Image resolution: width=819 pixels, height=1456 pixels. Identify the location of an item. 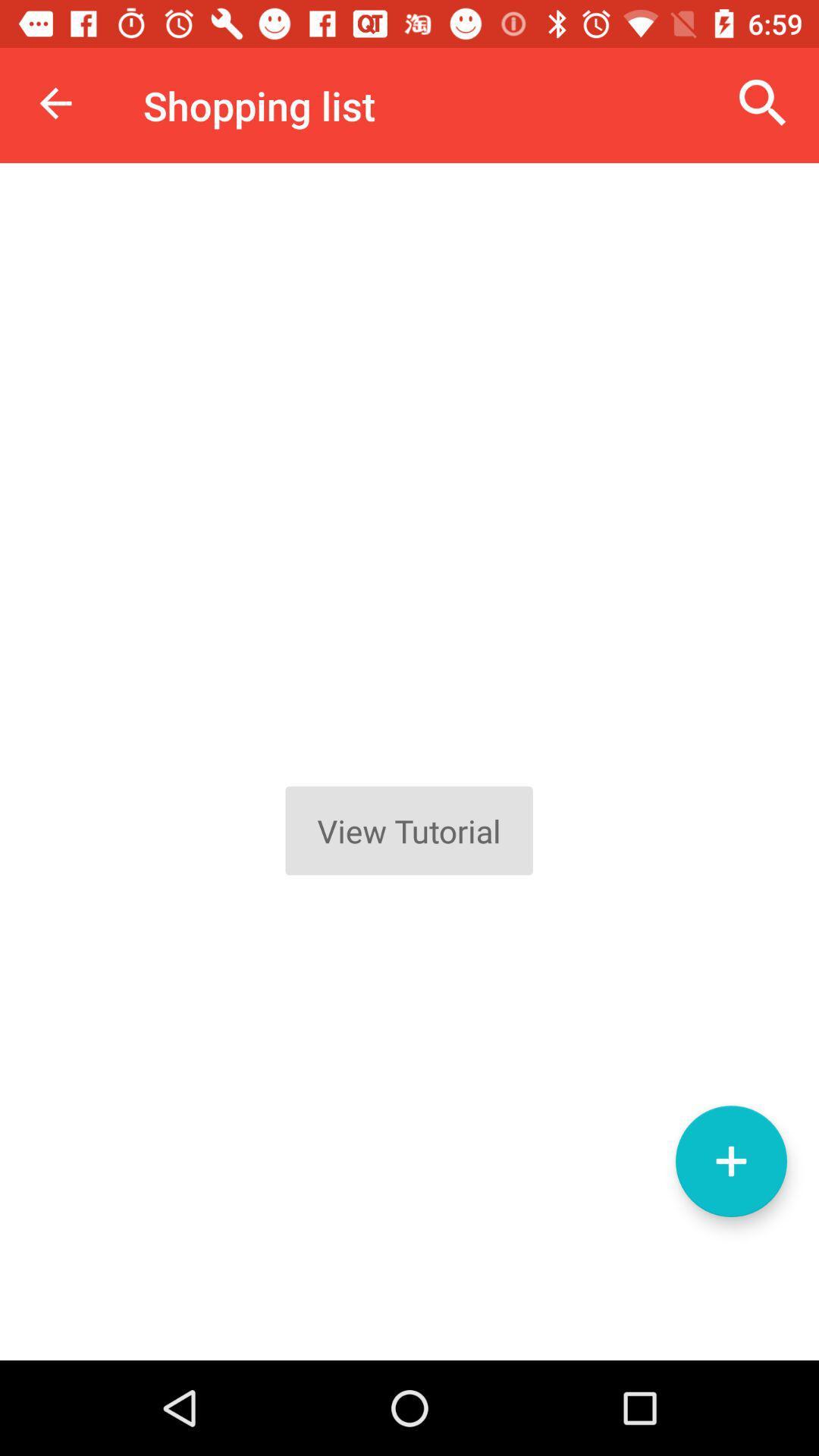
(730, 1160).